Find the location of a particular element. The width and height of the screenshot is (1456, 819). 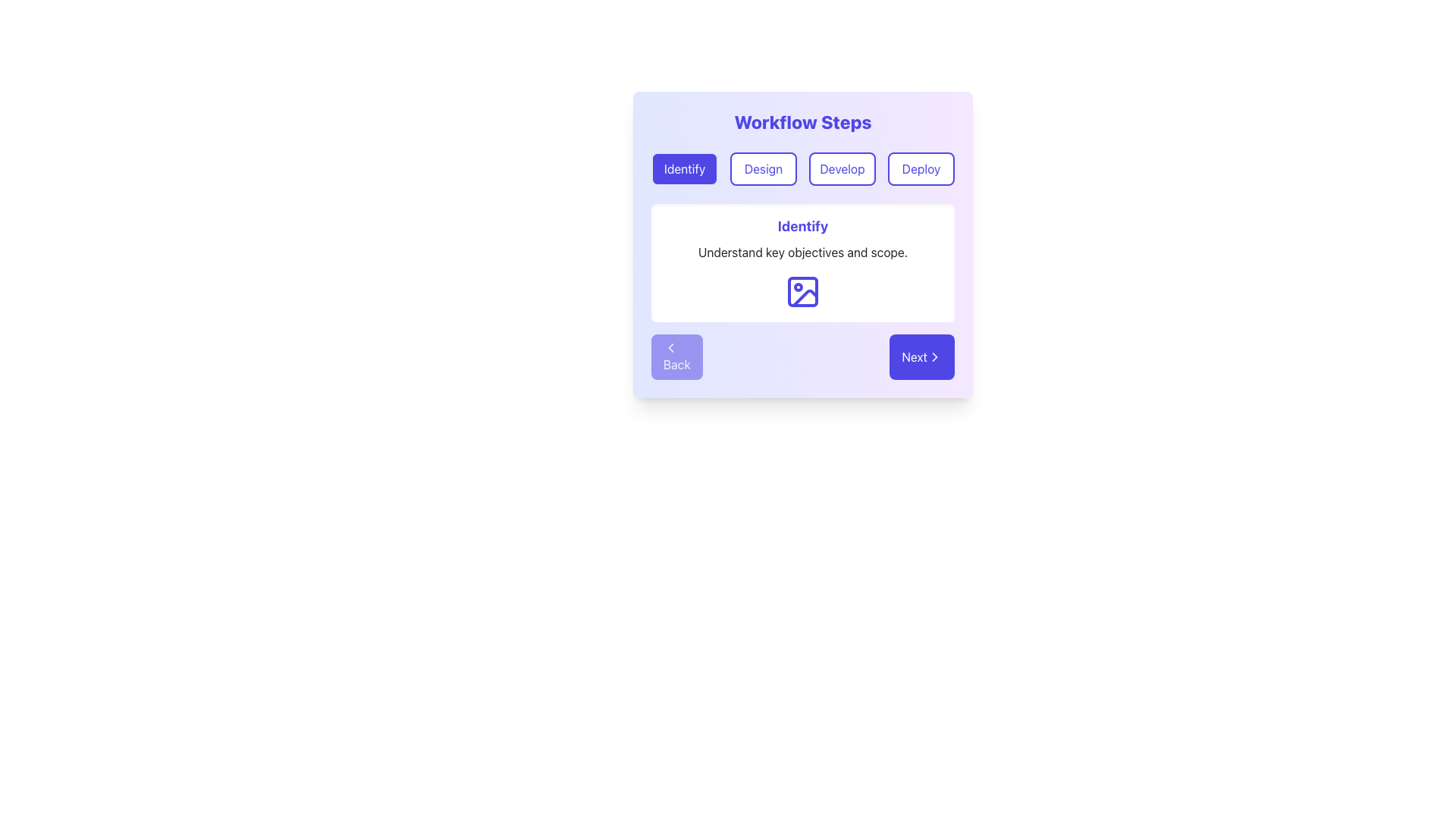

the right-pointing chevron icon within the 'Next' button in the bottom-right corner of the workflow step card is located at coordinates (934, 356).